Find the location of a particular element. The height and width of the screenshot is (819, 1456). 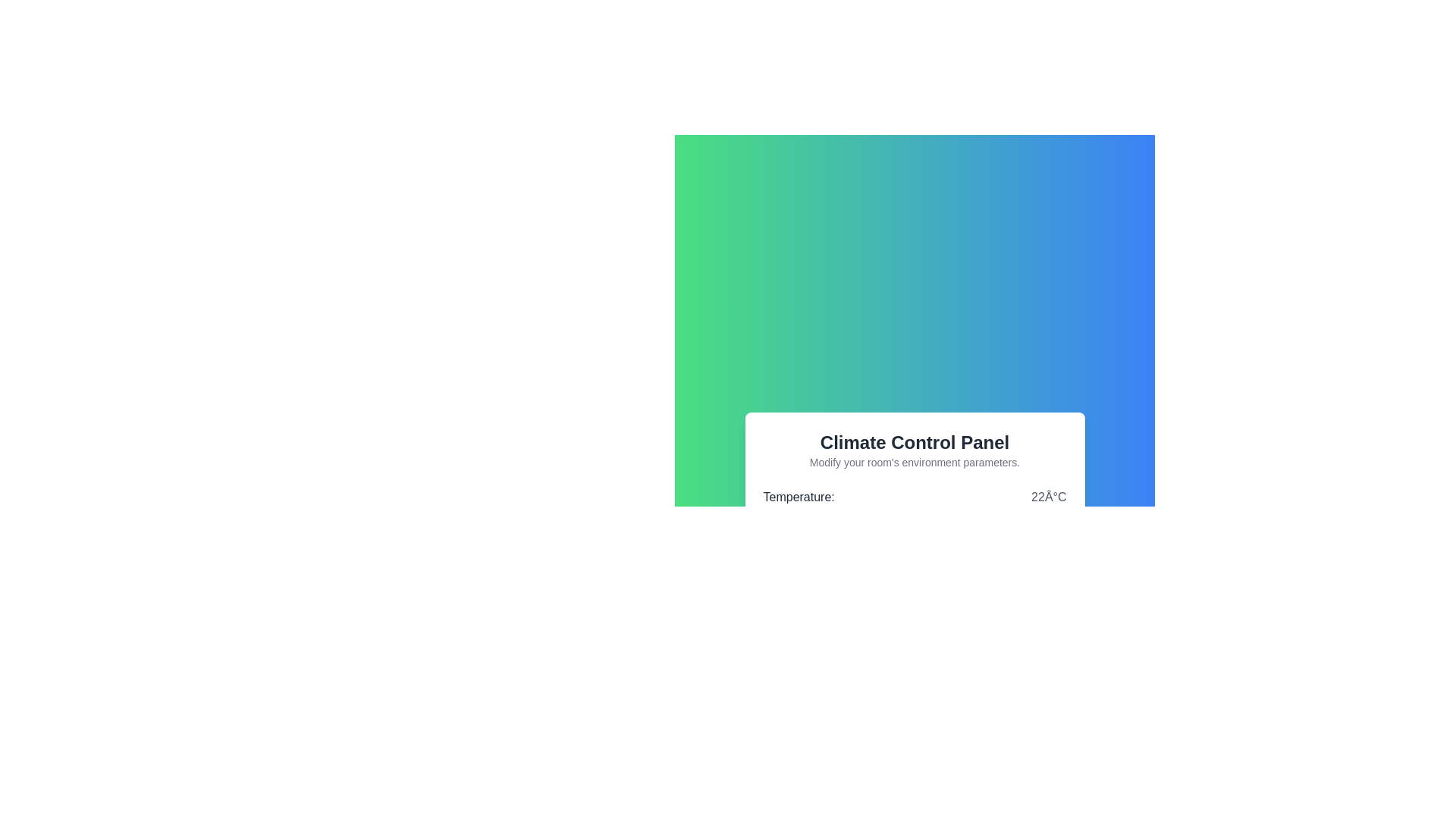

the text displaying '22°C' styled with gray color, which is located adjacent to the label 'Temperature:' in the Climate Control Panel is located at coordinates (1048, 497).